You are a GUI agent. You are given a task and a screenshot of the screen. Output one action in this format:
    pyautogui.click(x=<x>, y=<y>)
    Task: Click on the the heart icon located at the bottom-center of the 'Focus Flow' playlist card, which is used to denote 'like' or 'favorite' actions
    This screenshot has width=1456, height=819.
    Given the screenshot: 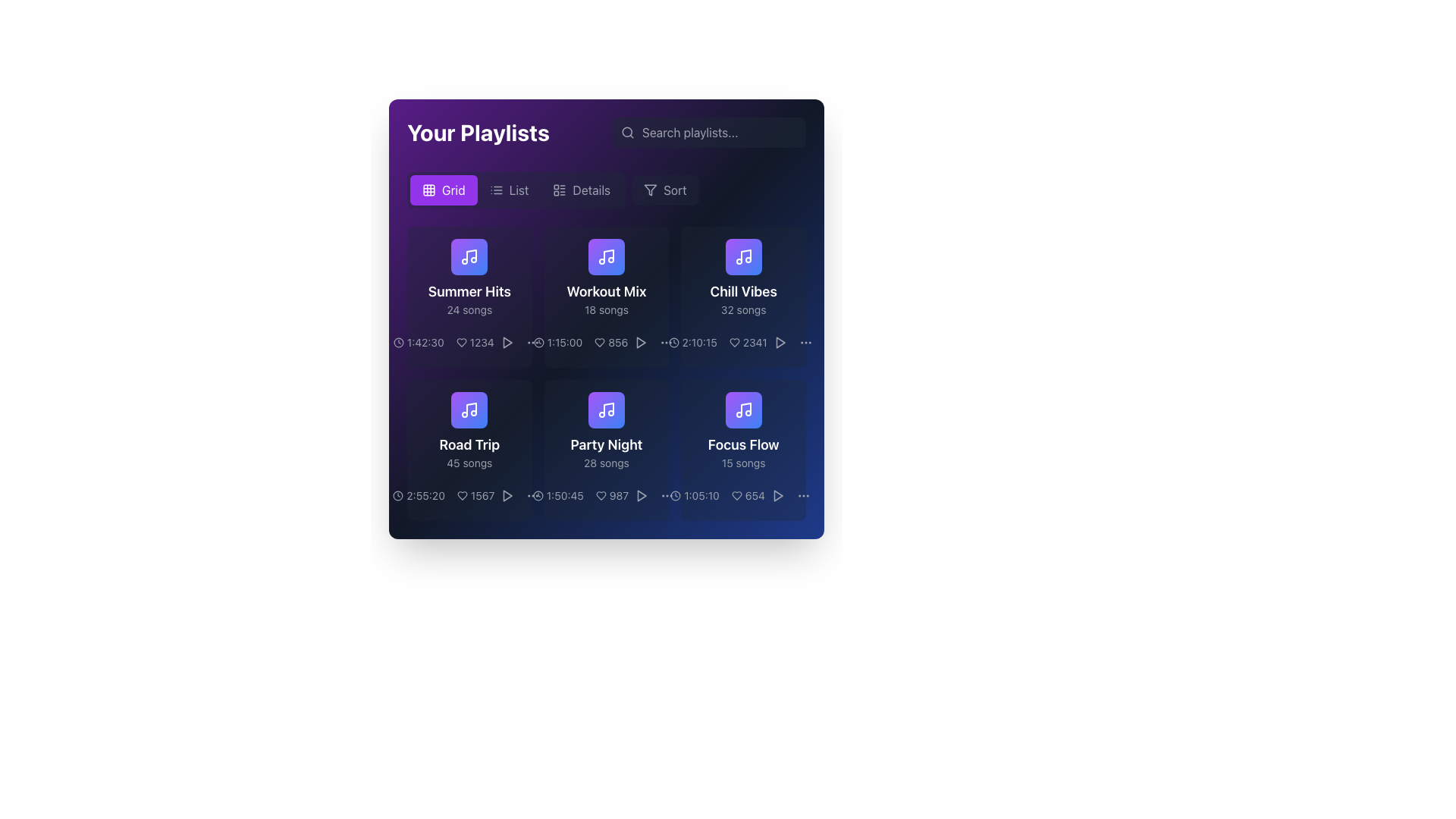 What is the action you would take?
    pyautogui.click(x=736, y=496)
    